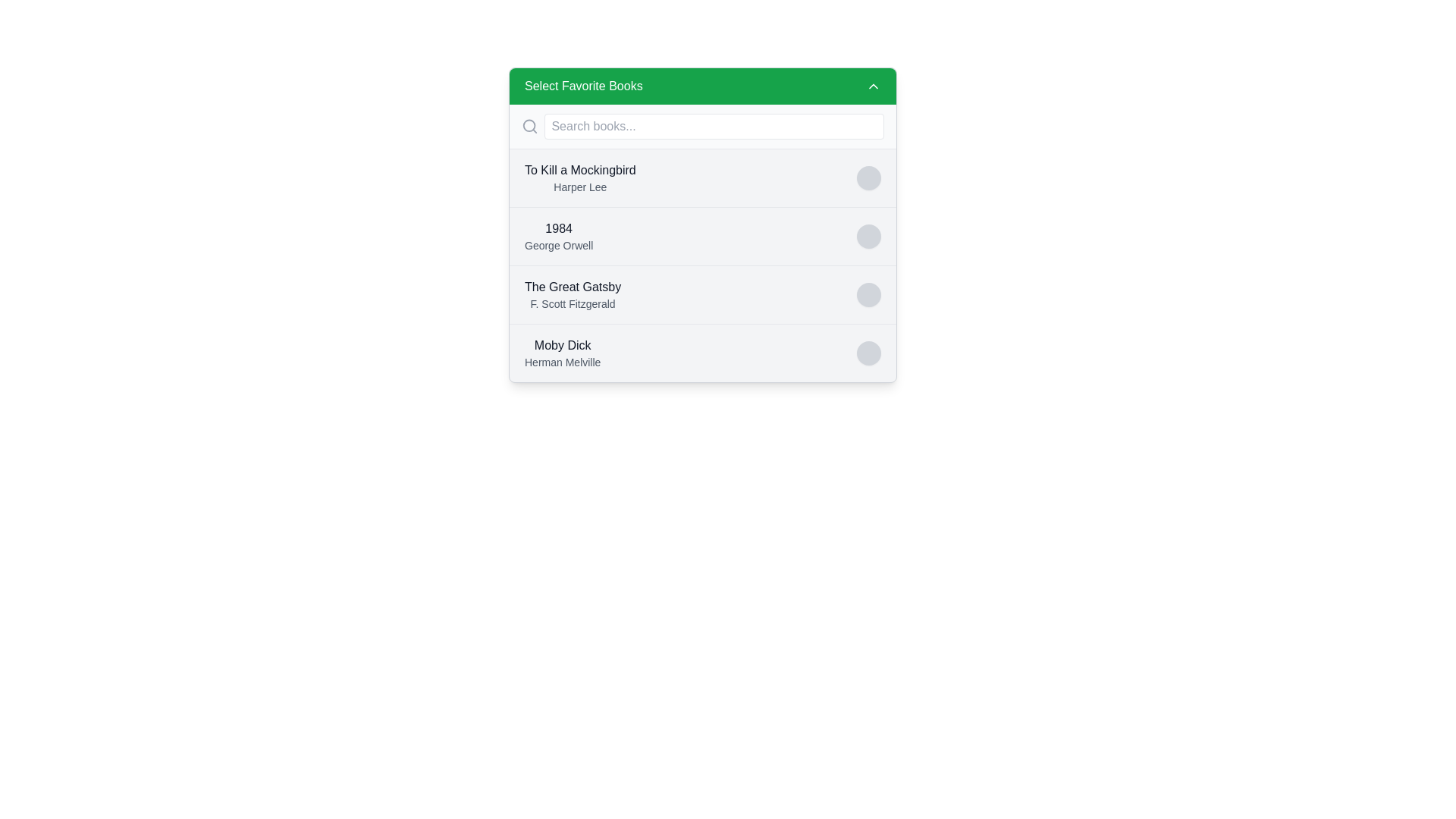 This screenshot has height=819, width=1456. Describe the element at coordinates (562, 353) in the screenshot. I see `the label displaying the title 'Moby Dick' and author 'Herman Melville', which is the last item in the list of selectable items` at that location.